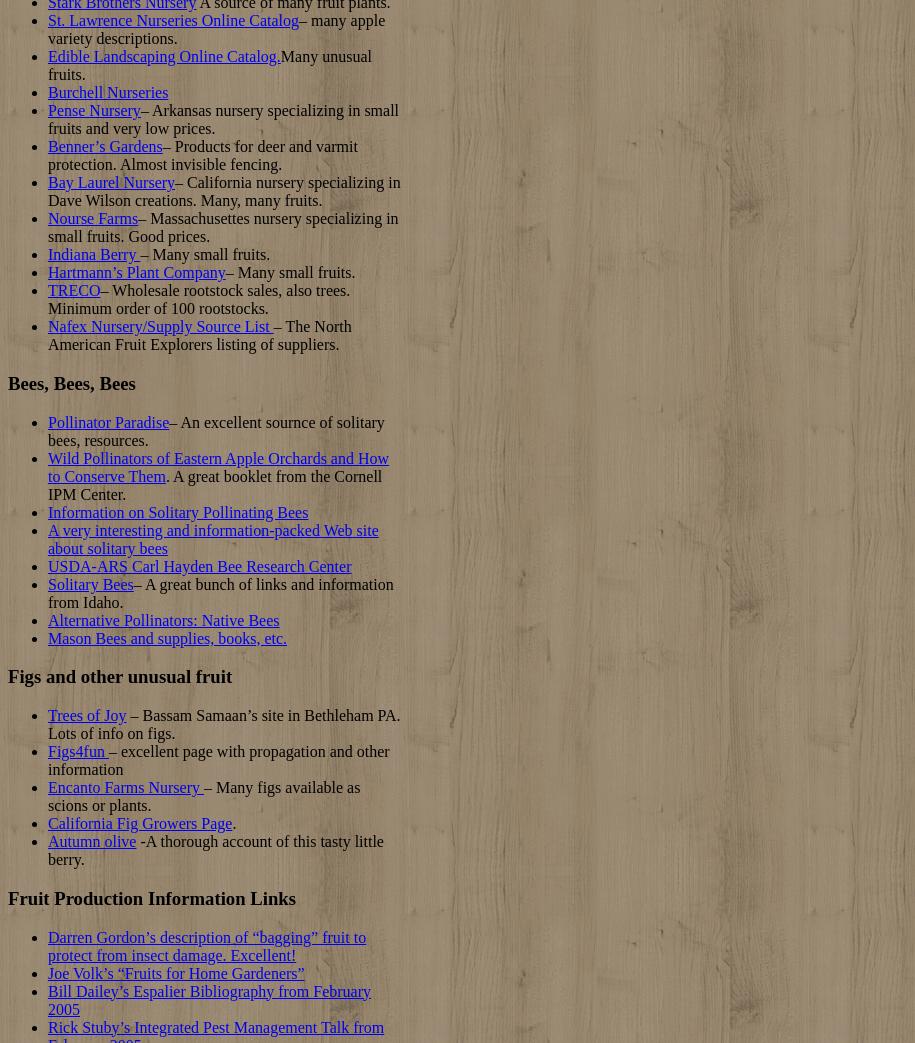  What do you see at coordinates (48, 999) in the screenshot?
I see `'Bill Dailey’s Espalier Bibliography from February 2005'` at bounding box center [48, 999].